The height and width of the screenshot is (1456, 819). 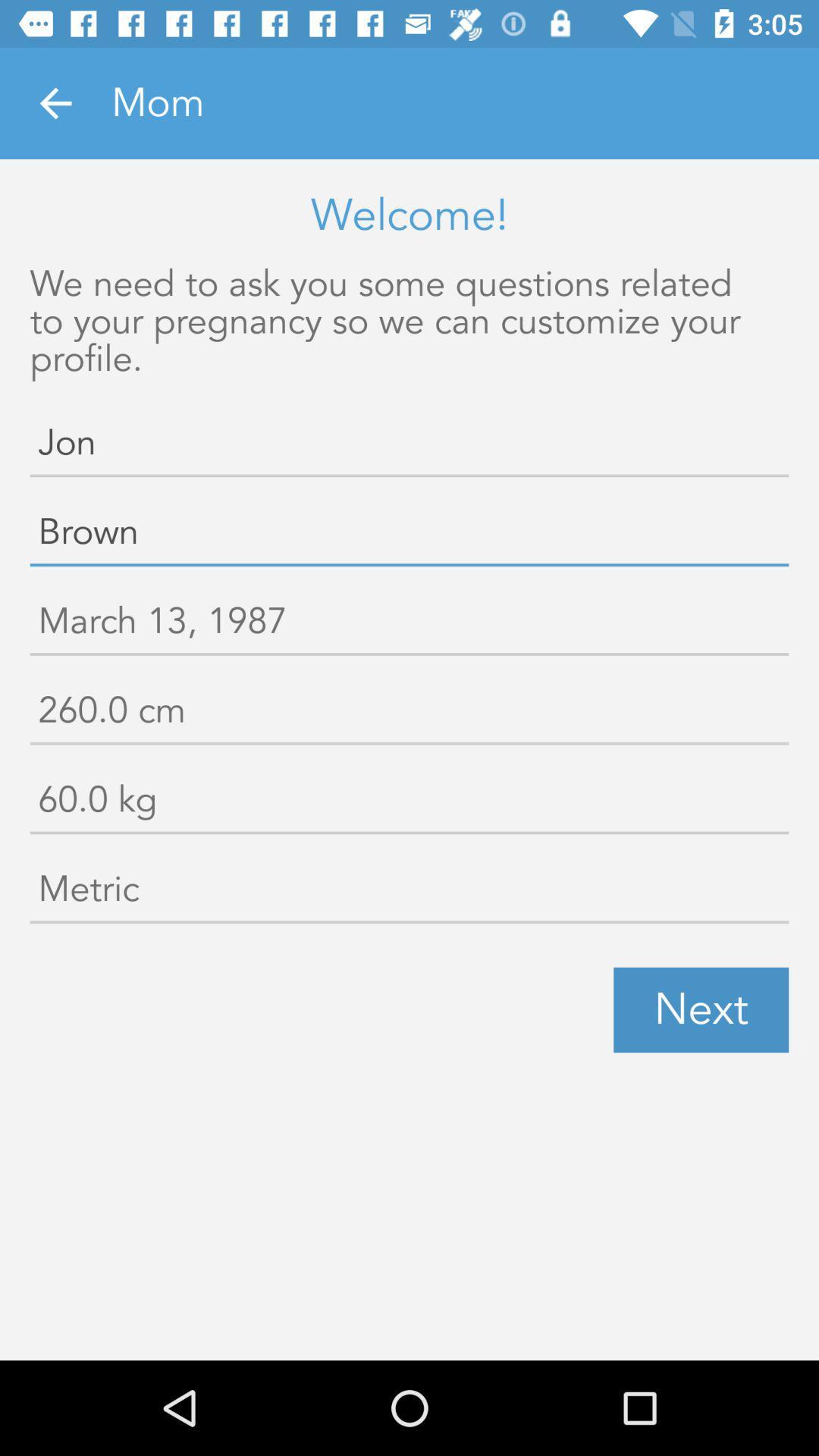 What do you see at coordinates (409, 624) in the screenshot?
I see `icon below brown` at bounding box center [409, 624].